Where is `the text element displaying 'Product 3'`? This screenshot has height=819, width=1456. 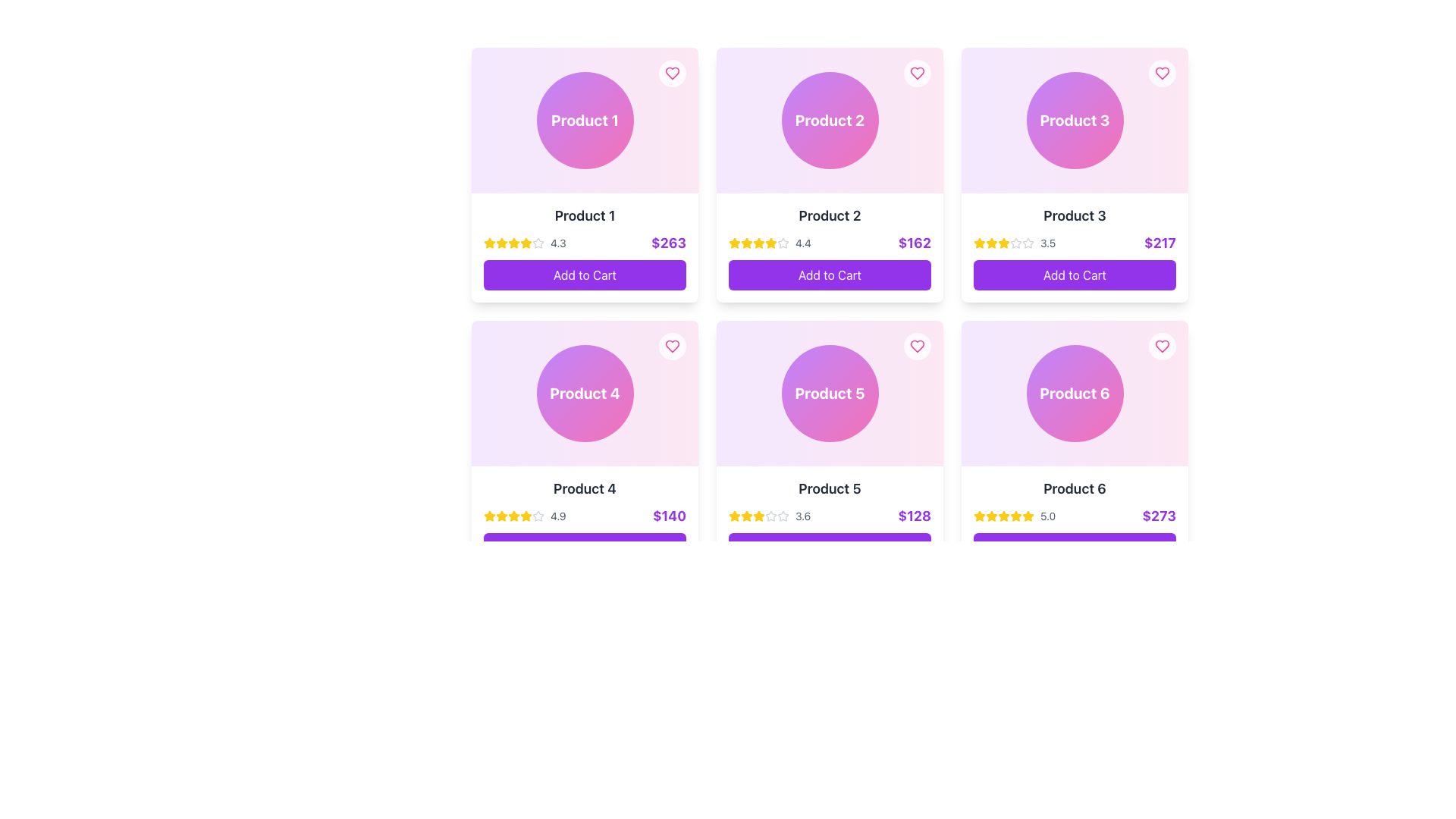
the text element displaying 'Product 3' is located at coordinates (1074, 216).